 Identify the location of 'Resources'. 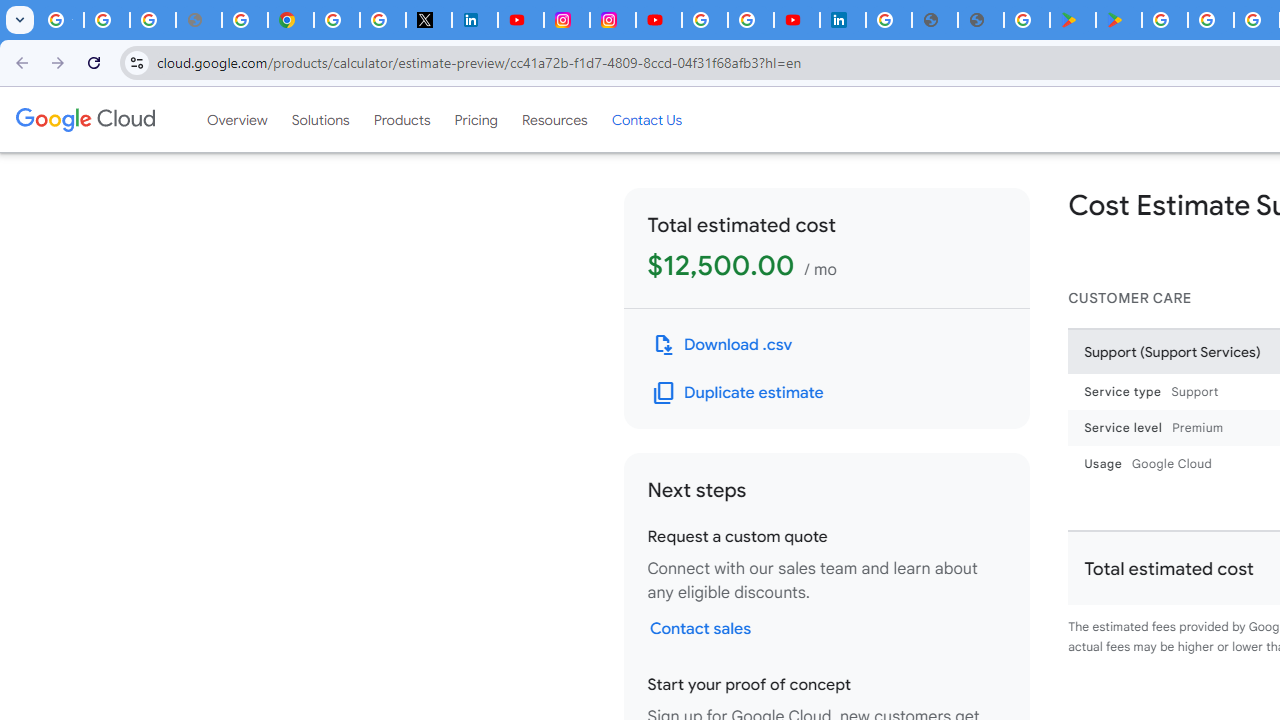
(554, 119).